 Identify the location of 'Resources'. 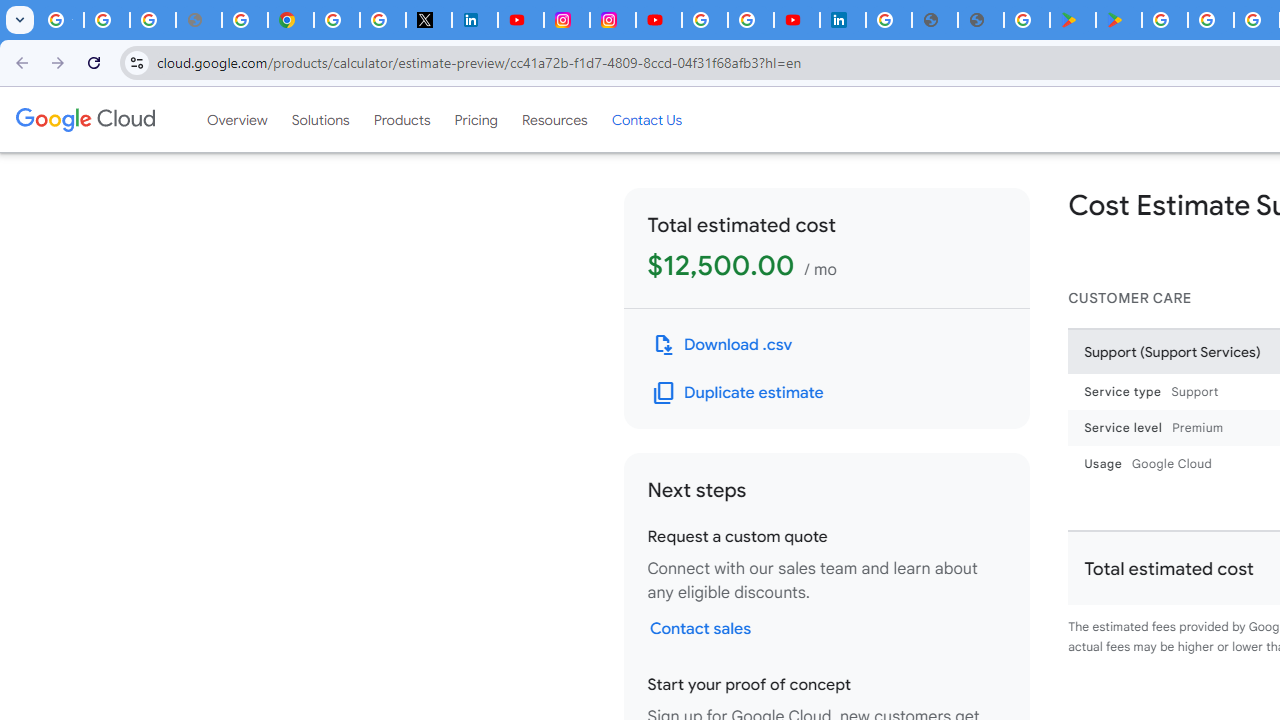
(554, 119).